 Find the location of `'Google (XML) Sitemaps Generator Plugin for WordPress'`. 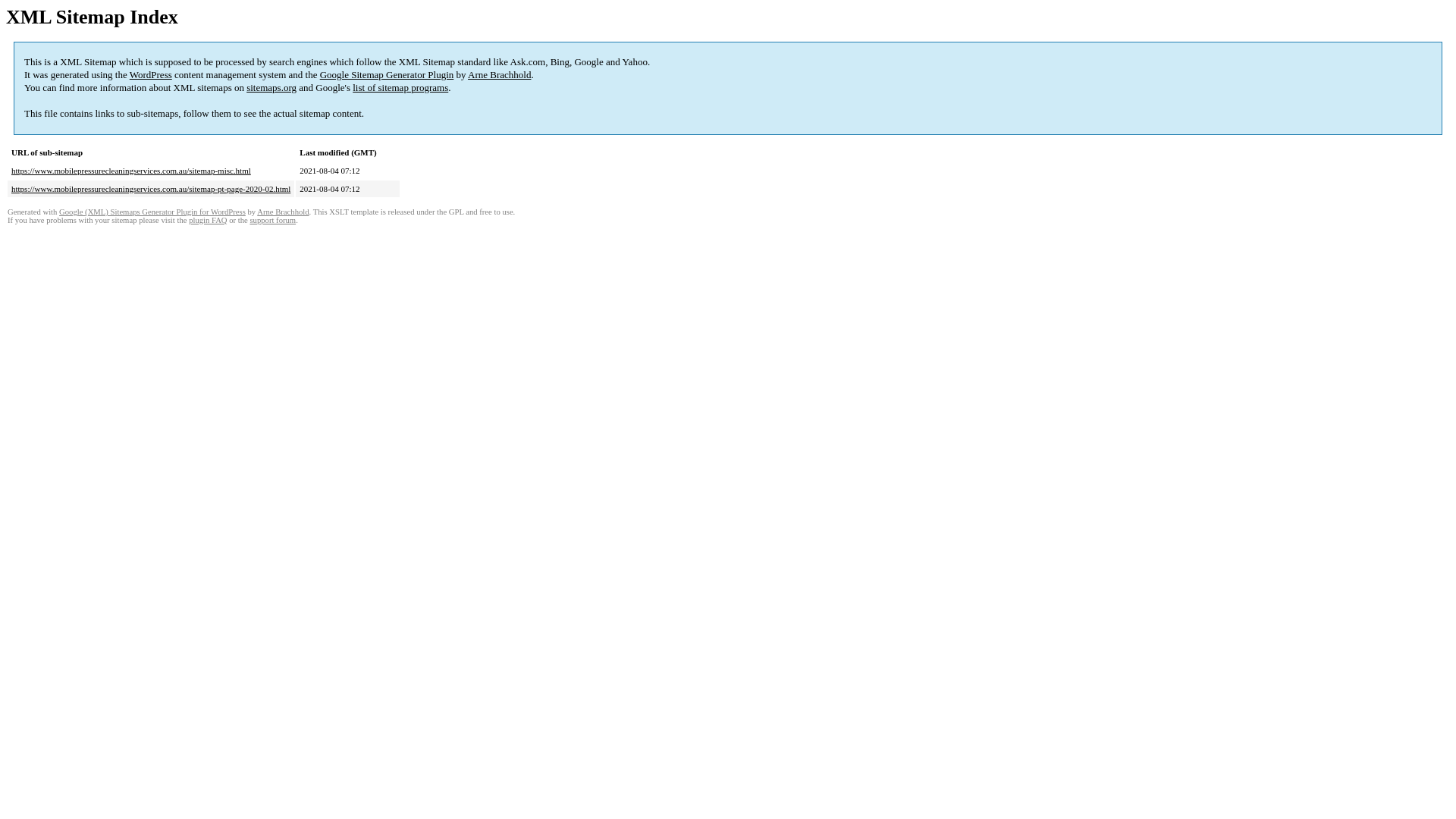

'Google (XML) Sitemaps Generator Plugin for WordPress' is located at coordinates (152, 212).